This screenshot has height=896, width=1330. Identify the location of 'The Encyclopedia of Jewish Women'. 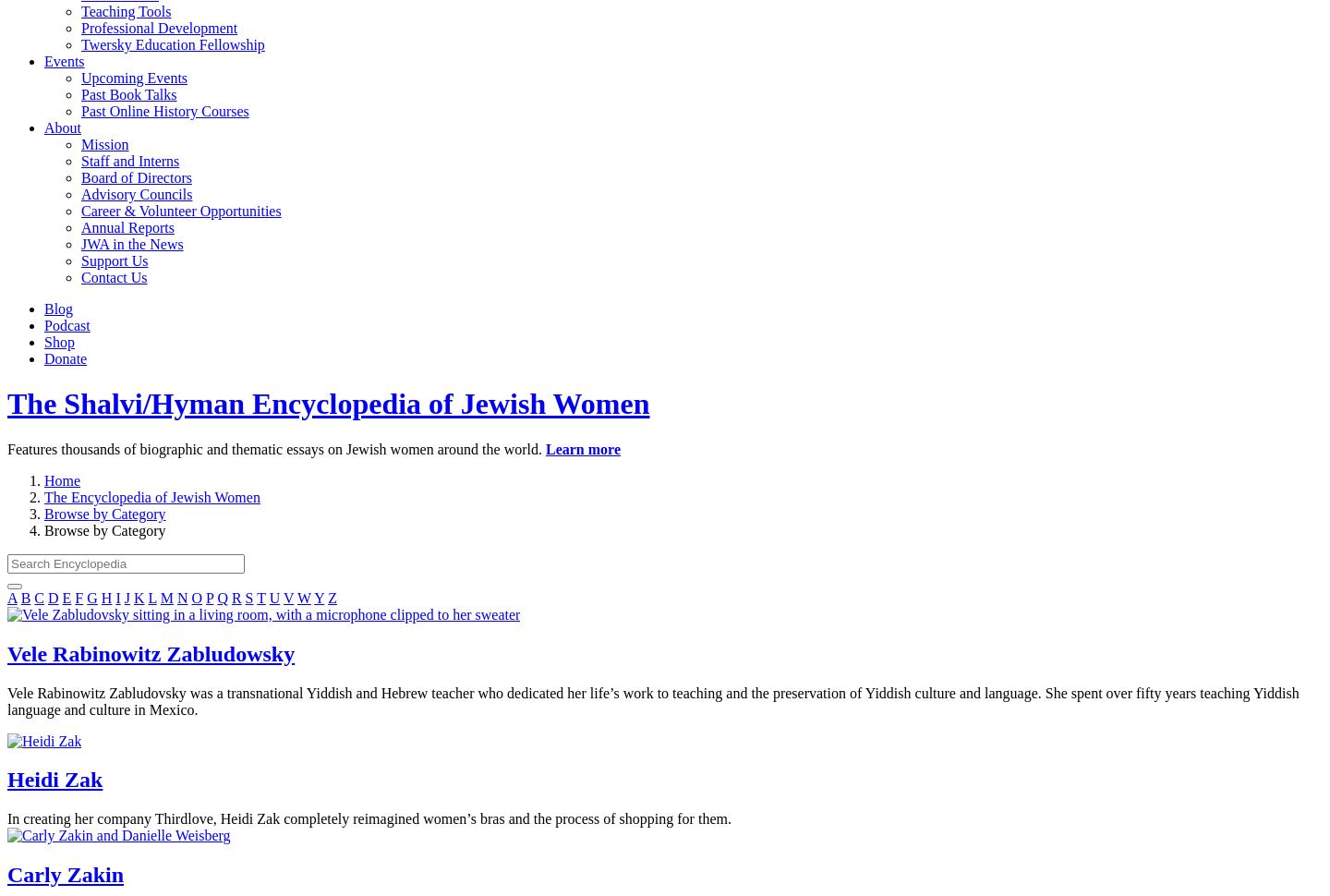
(151, 495).